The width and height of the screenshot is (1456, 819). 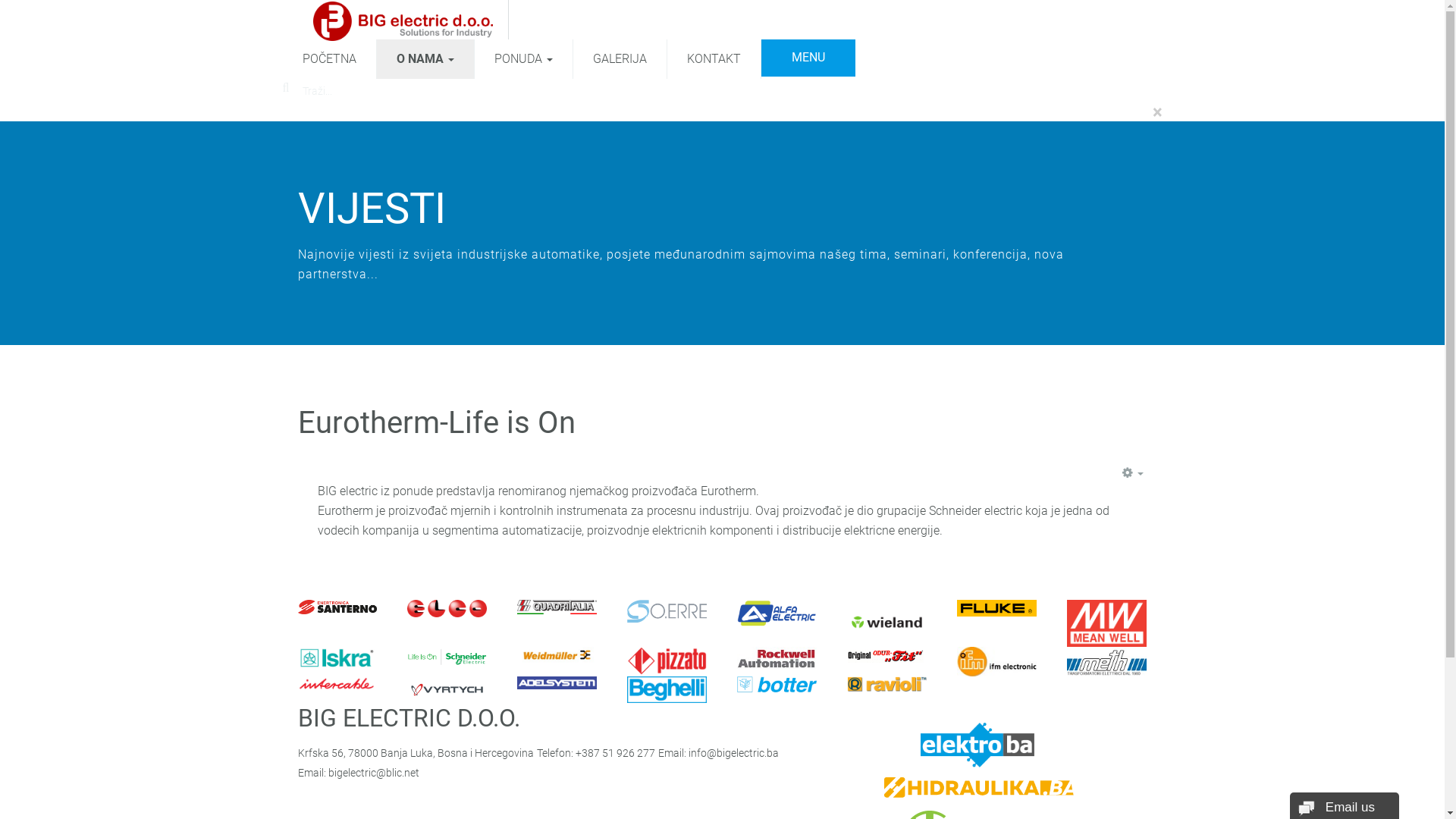 I want to click on 'GALERIJA', so click(x=620, y=58).